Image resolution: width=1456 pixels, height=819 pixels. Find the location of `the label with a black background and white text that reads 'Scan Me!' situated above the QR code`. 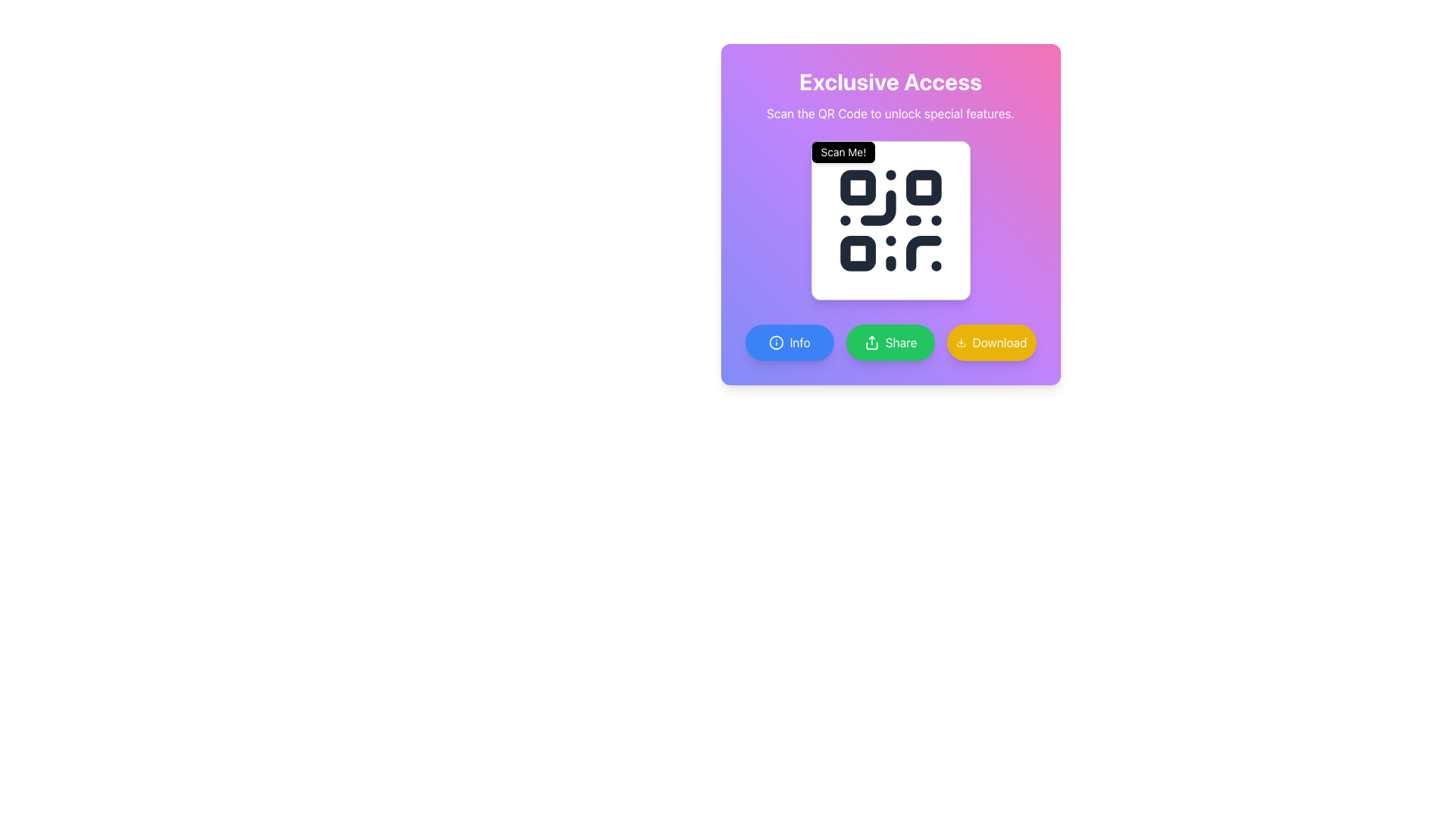

the label with a black background and white text that reads 'Scan Me!' situated above the QR code is located at coordinates (843, 152).